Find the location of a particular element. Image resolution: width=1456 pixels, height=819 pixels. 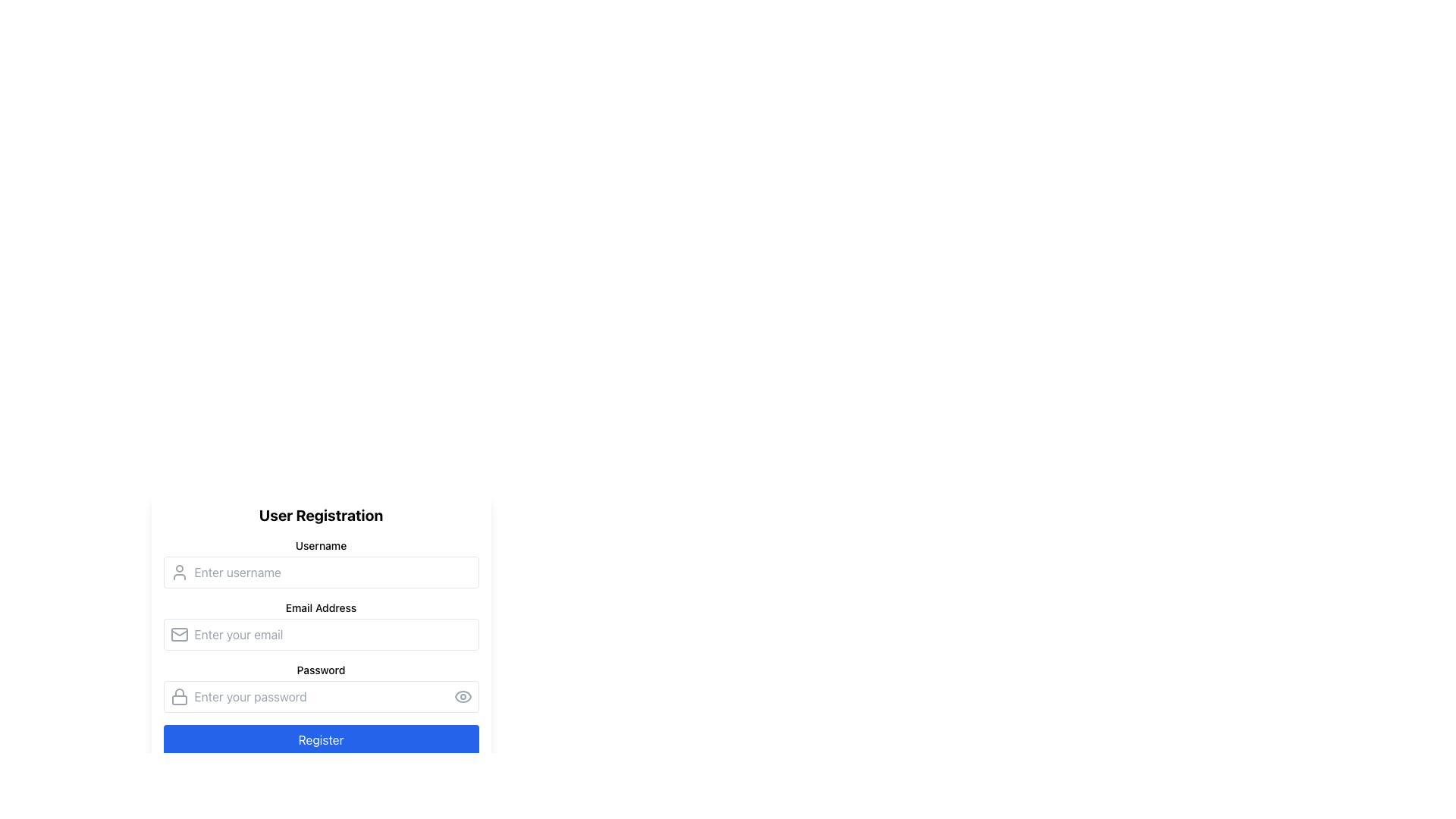

placeholder text 'Enter your email' in the email address input field, which is labeled above with bold font and contains an envelope icon inside is located at coordinates (320, 626).